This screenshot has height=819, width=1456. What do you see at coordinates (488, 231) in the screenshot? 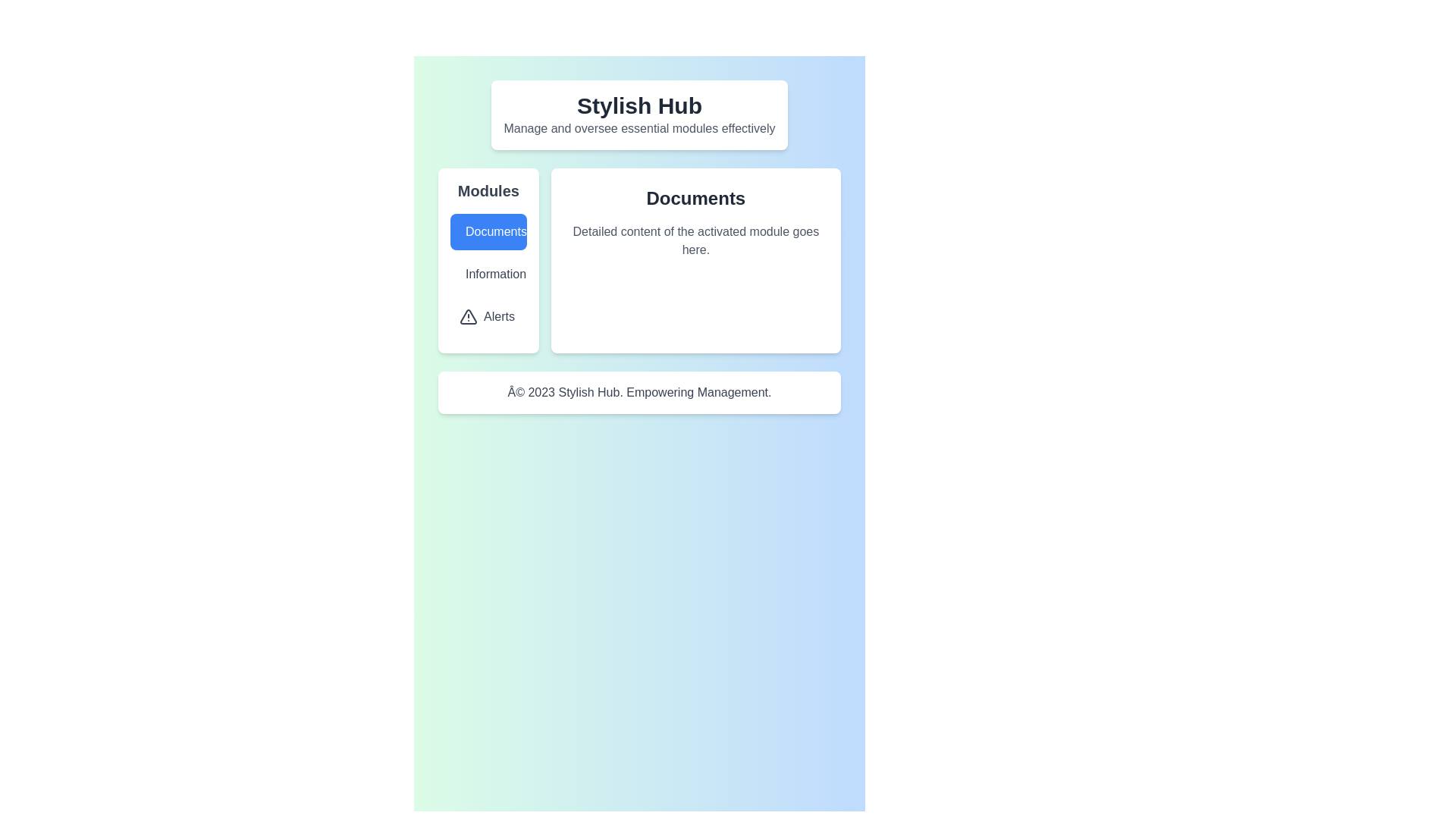
I see `the blue 'Documents' button in the navigation menu to observe its hover effects` at bounding box center [488, 231].